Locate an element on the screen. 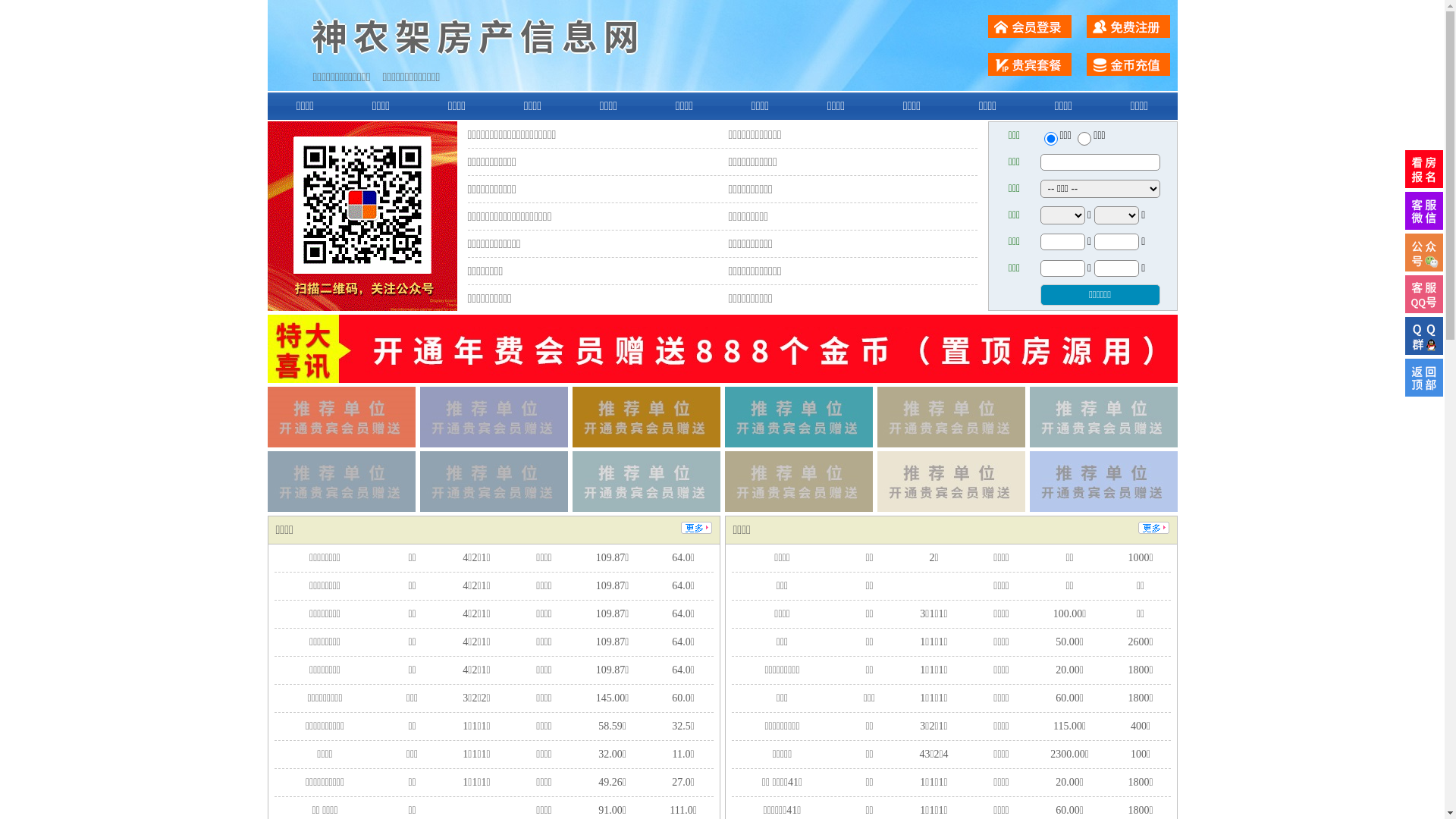 The height and width of the screenshot is (819, 1456). 'ershou' is located at coordinates (1050, 138).